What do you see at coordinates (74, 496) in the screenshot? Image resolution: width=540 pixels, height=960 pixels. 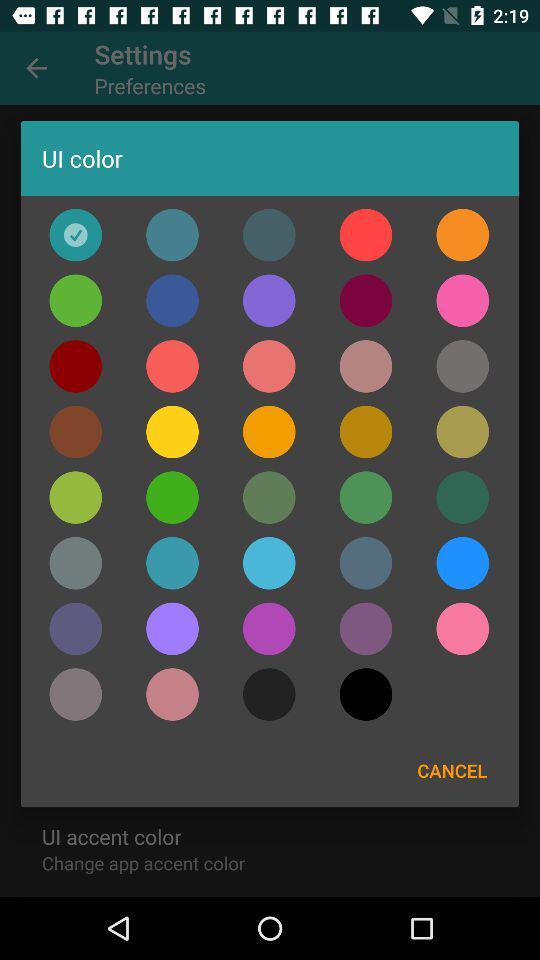 I see `color` at bounding box center [74, 496].